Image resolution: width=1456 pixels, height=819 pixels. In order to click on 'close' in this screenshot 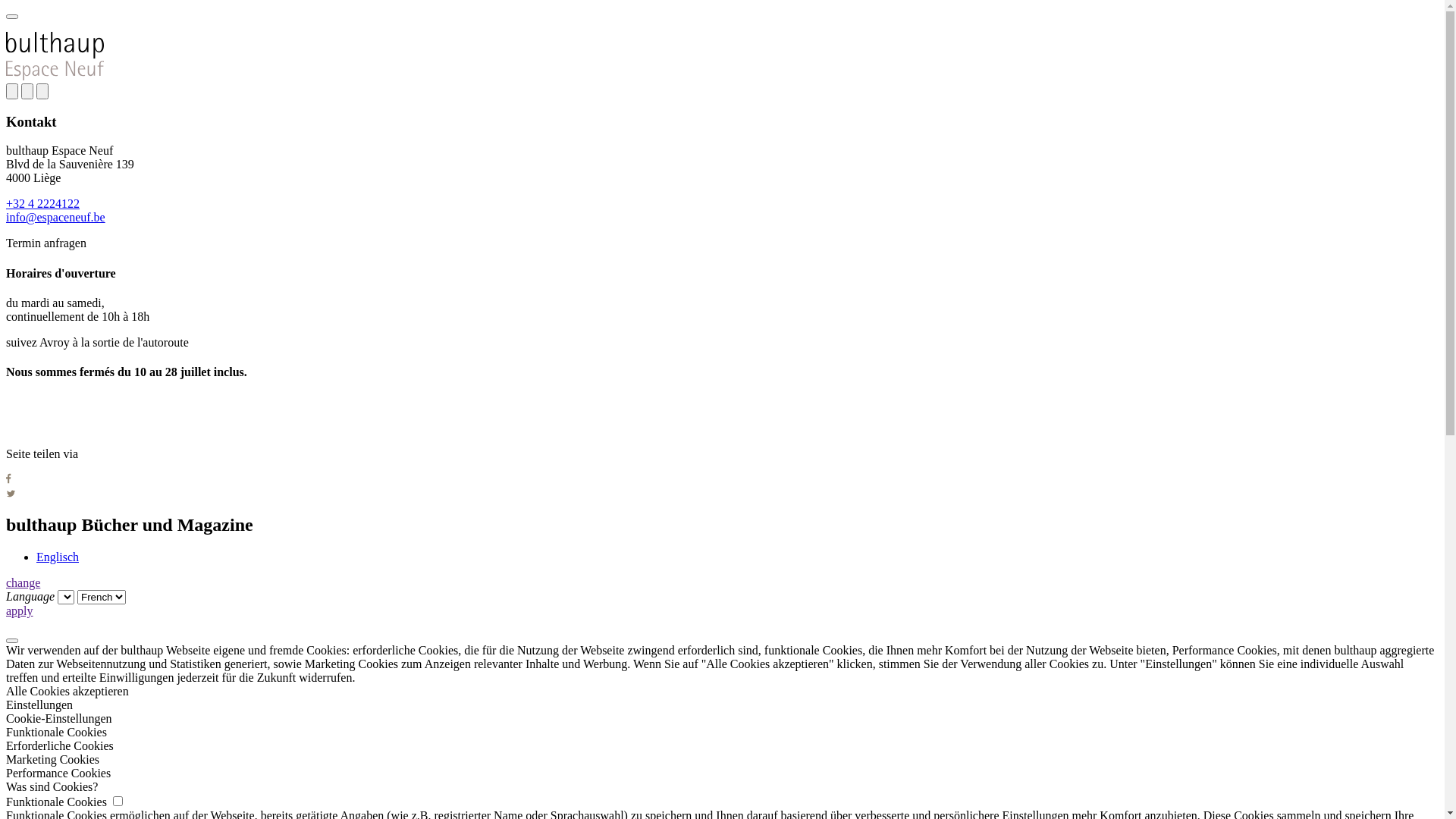, I will do `click(36, 91)`.